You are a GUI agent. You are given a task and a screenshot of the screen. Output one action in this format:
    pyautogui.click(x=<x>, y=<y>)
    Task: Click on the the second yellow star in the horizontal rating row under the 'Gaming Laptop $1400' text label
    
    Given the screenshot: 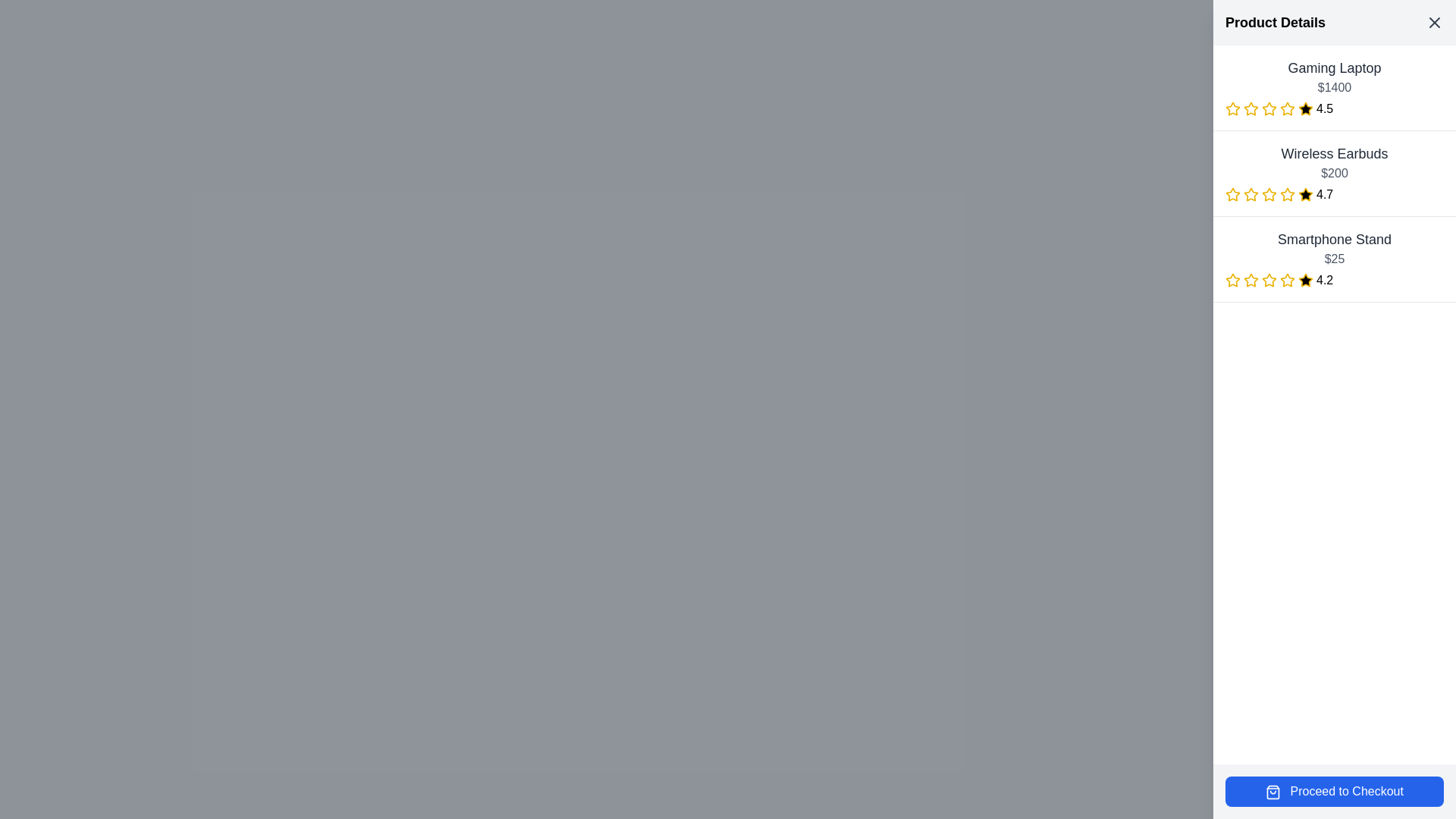 What is the action you would take?
    pyautogui.click(x=1250, y=107)
    